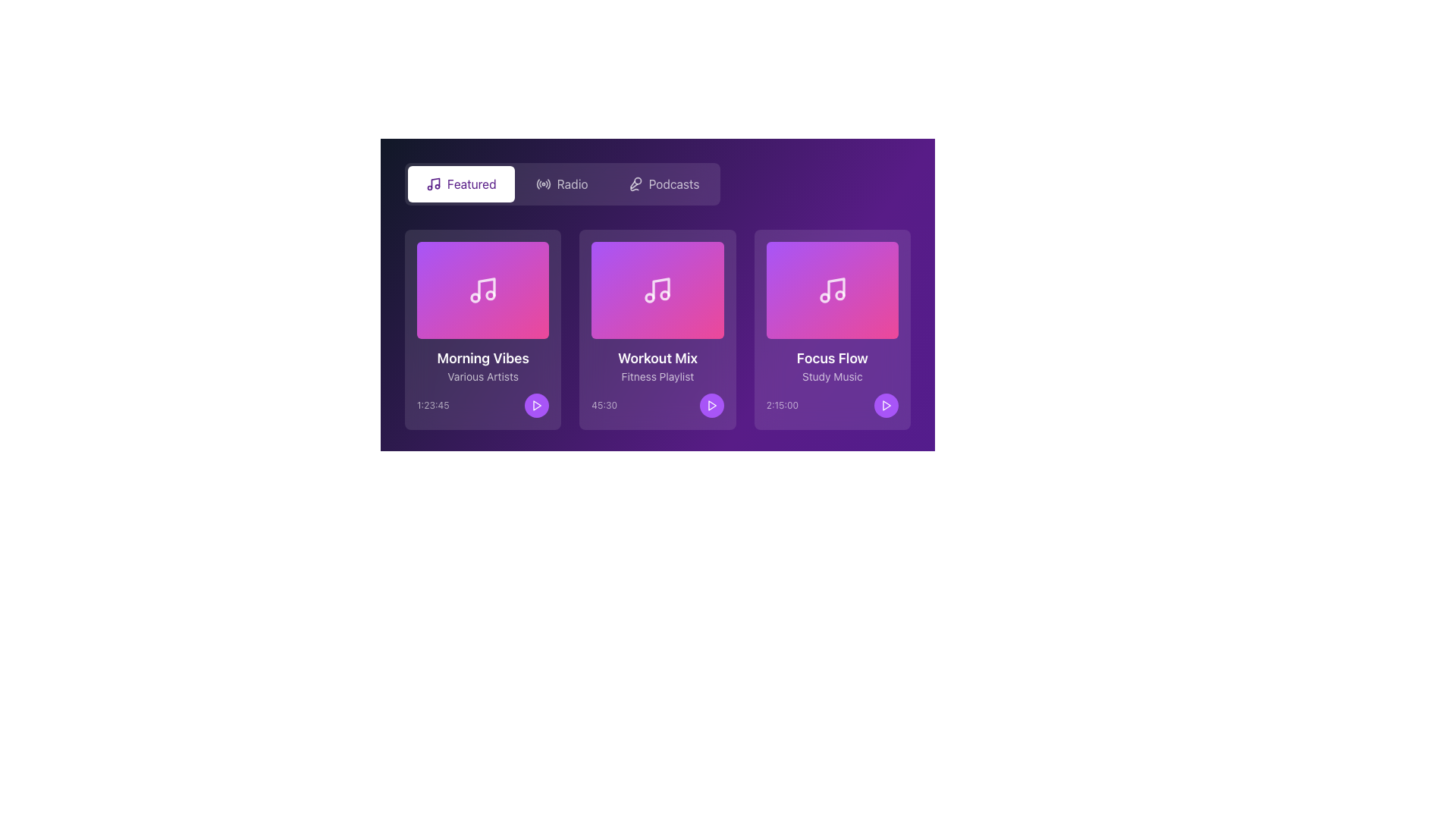 Image resolution: width=1456 pixels, height=819 pixels. What do you see at coordinates (831, 290) in the screenshot?
I see `the decorative background with an embedded icon of musical notes, located in the 'Focus Flow' card, which is the third card from the left` at bounding box center [831, 290].